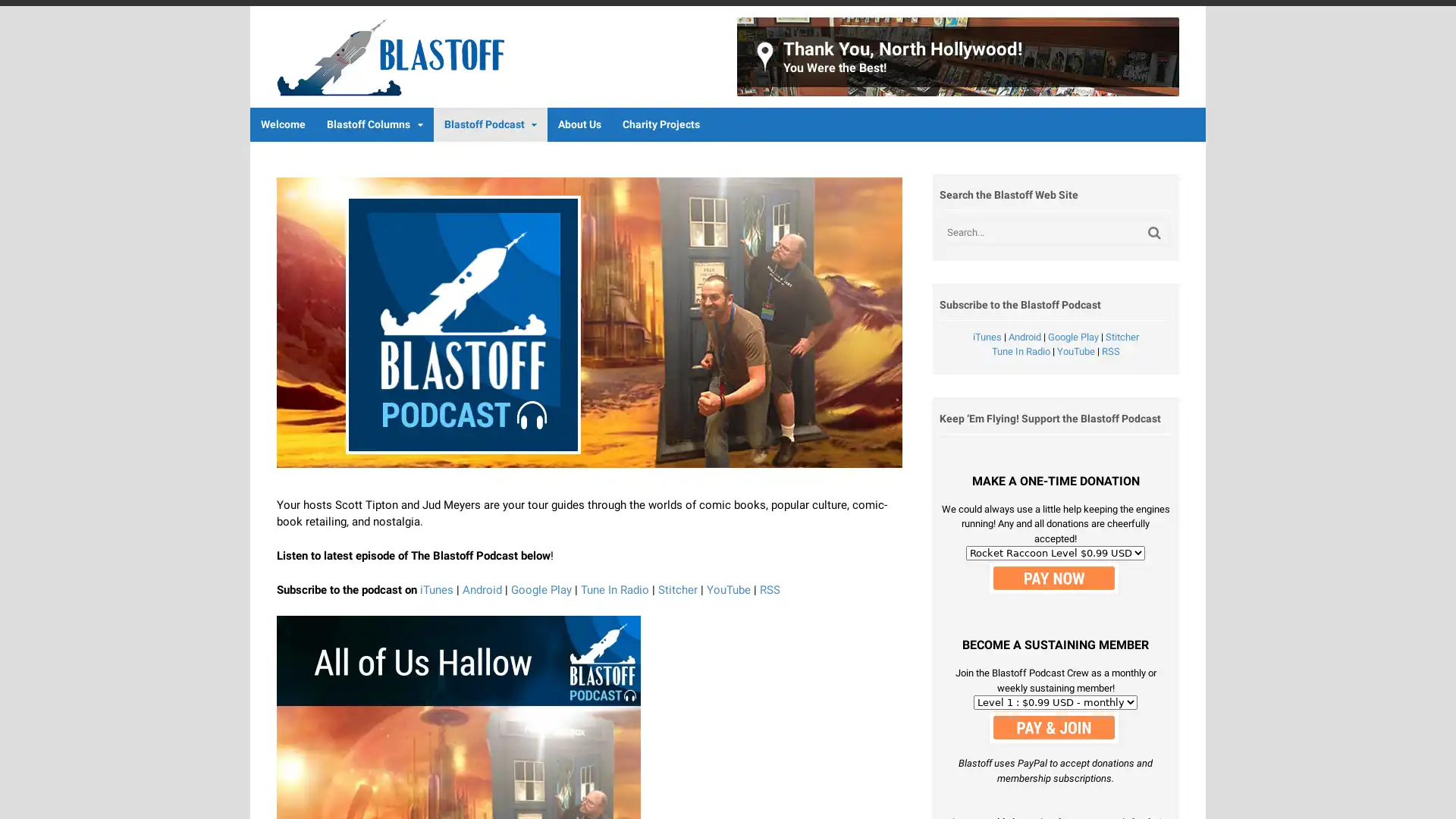  What do you see at coordinates (1053, 726) in the screenshot?
I see `PayPal - The safer, easier way to pay online!` at bounding box center [1053, 726].